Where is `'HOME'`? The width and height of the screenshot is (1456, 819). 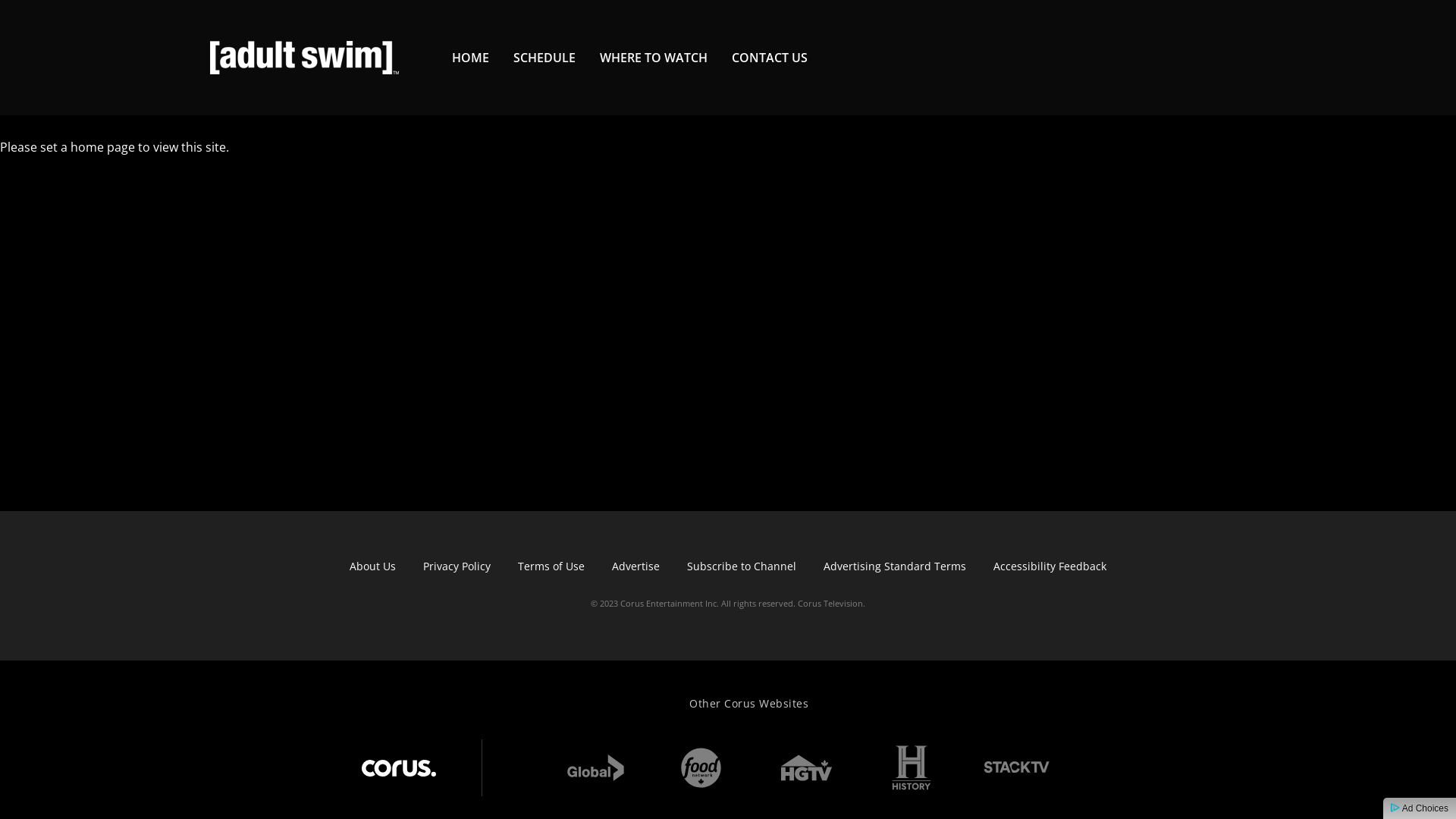
'HOME' is located at coordinates (450, 57).